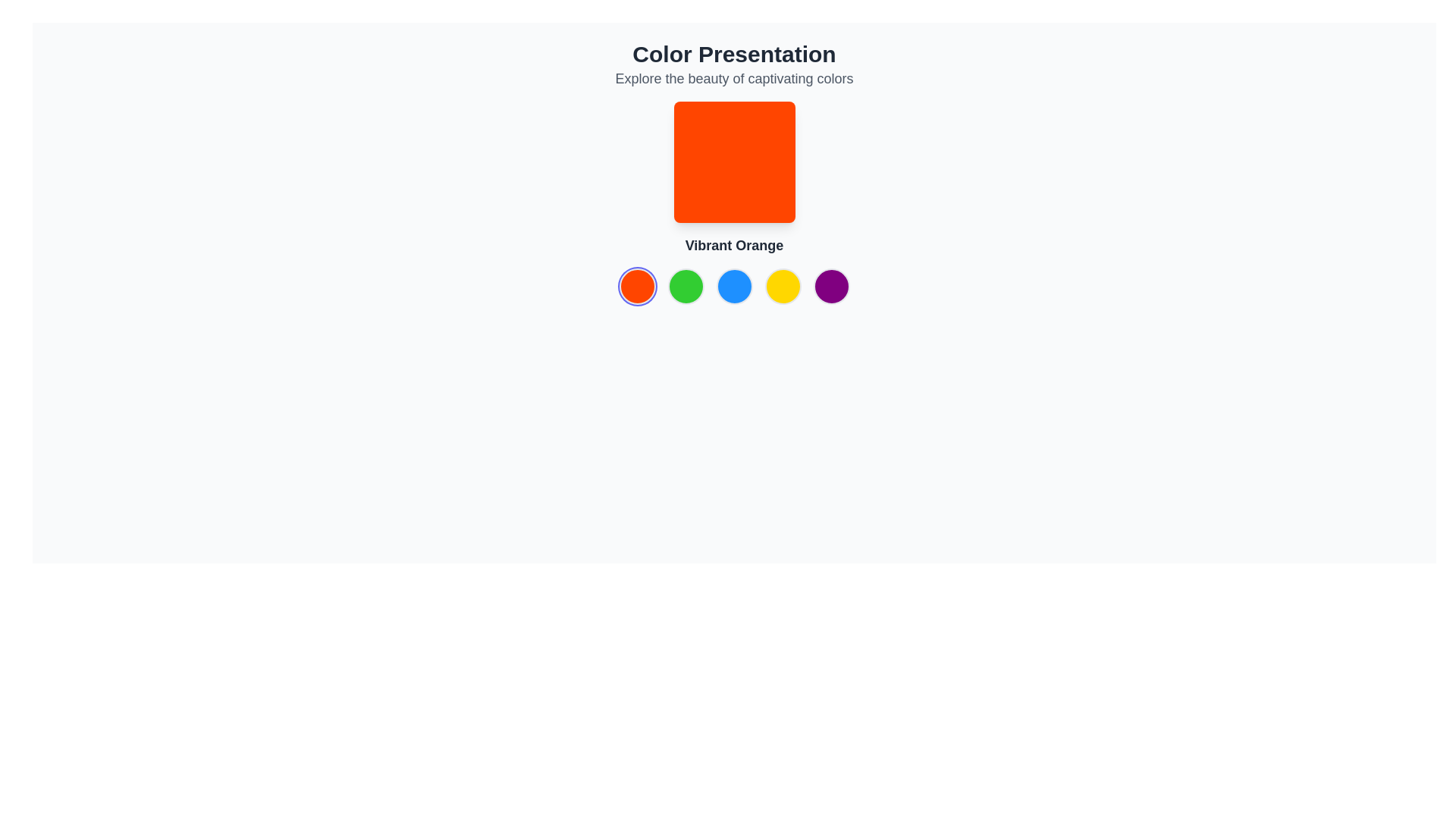  Describe the element at coordinates (734, 287) in the screenshot. I see `the third circular button from the left in a row of five colored circular elements for selection` at that location.